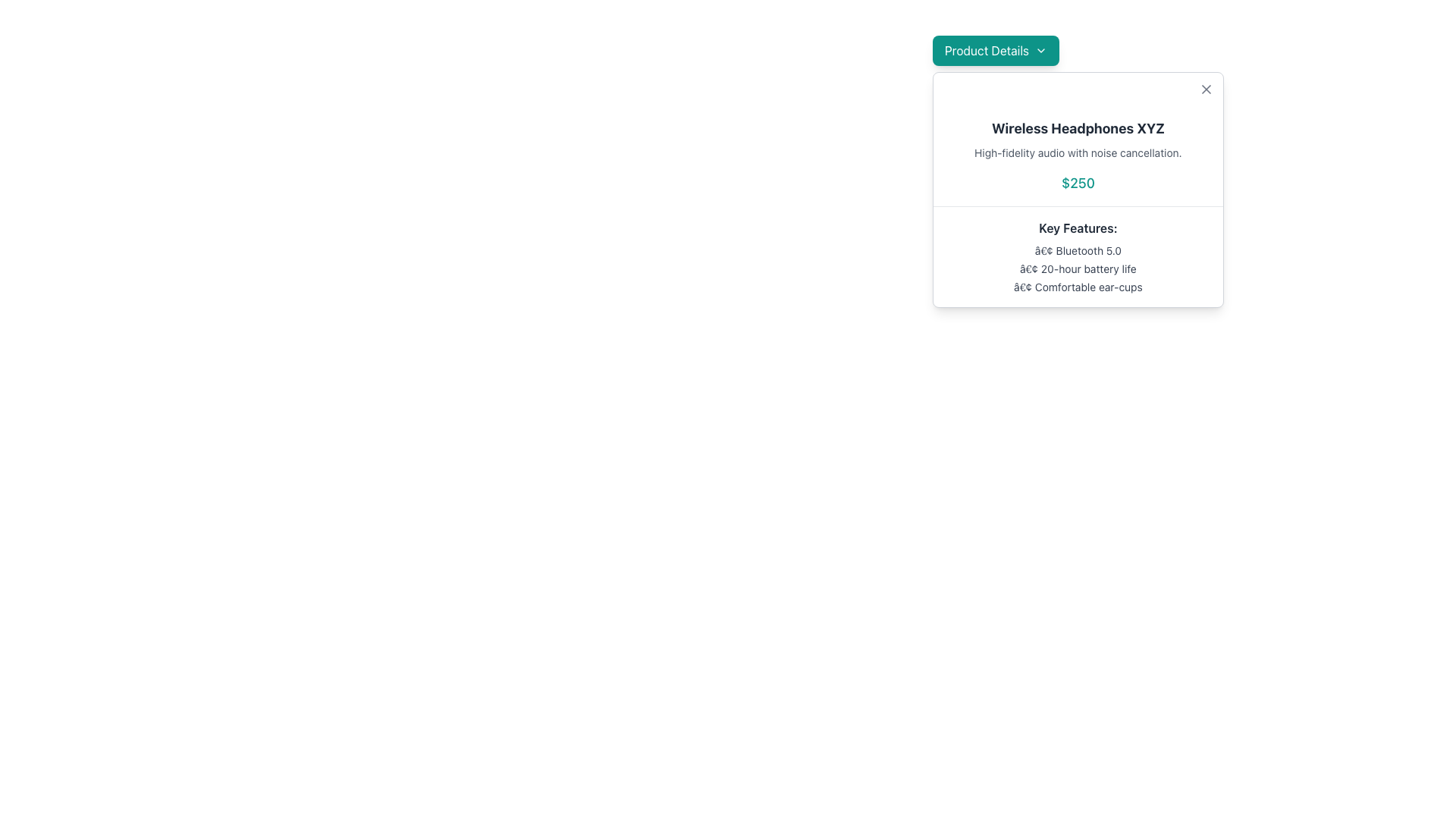 The width and height of the screenshot is (1456, 819). Describe the element at coordinates (1205, 89) in the screenshot. I see `the 'X' icon in the top-right corner of the modal box for 'Wireless Headphones XYZ'` at that location.